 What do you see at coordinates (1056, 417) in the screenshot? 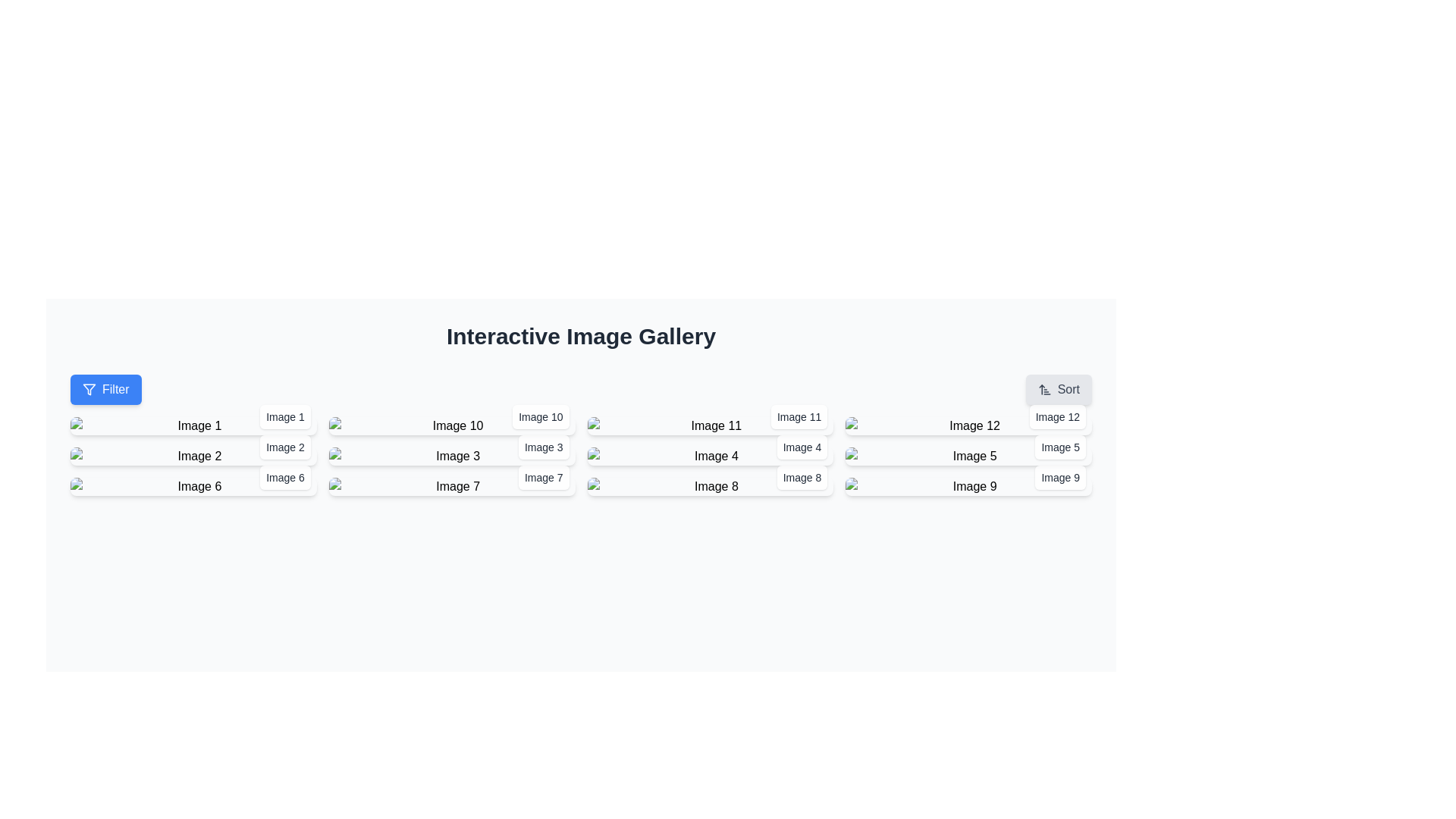
I see `the informational text label in the bottom-right corner of the image card labeled 'Image 12', which is part of the grid layout` at bounding box center [1056, 417].